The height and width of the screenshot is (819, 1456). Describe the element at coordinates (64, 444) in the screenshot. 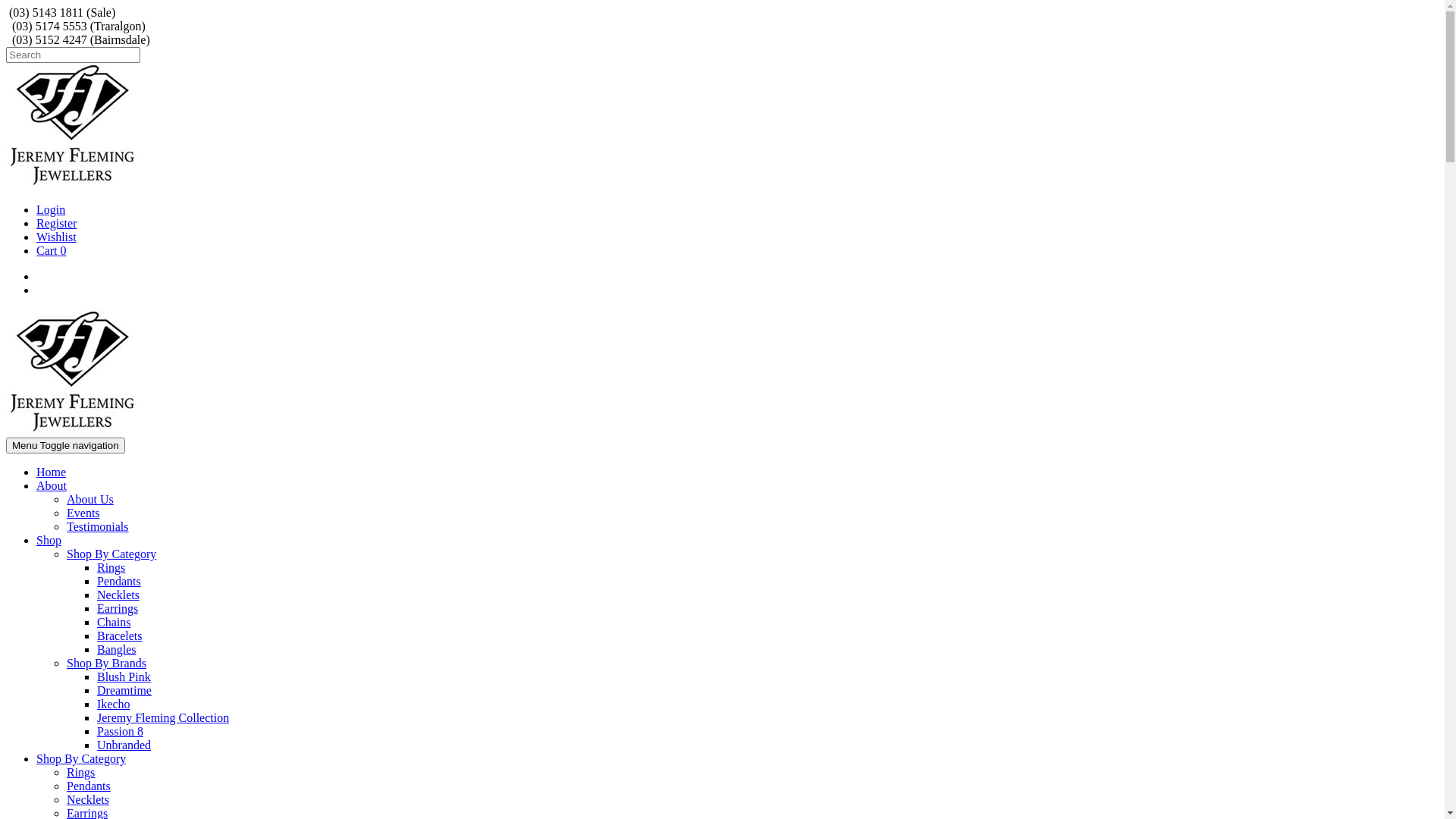

I see `'Menu Toggle navigation'` at that location.